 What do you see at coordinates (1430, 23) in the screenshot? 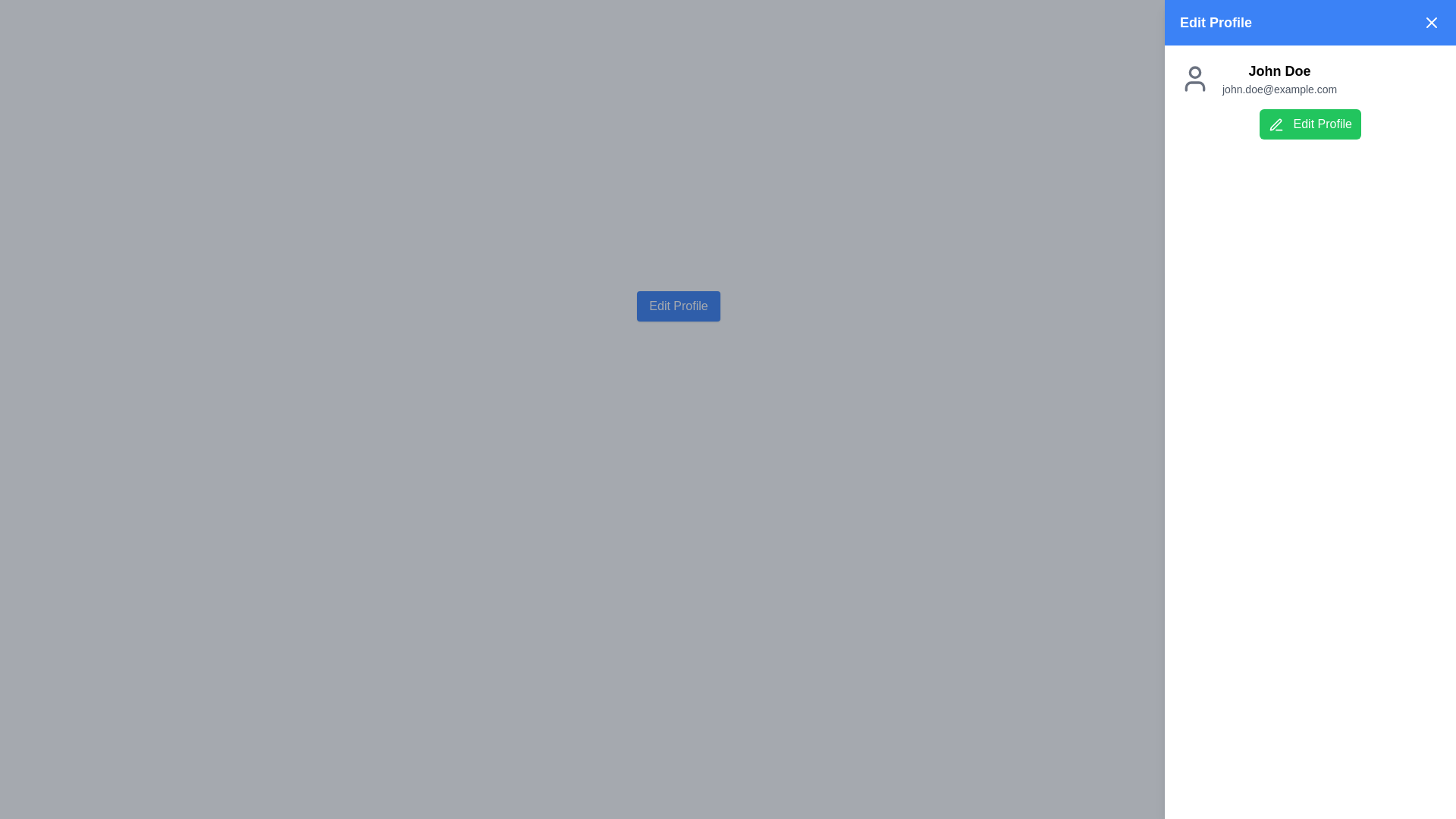
I see `the close icon button, which is a small blue circular button with a white 'X' symbol, located in the top-right corner of the 'Edit Profile' header bar` at bounding box center [1430, 23].